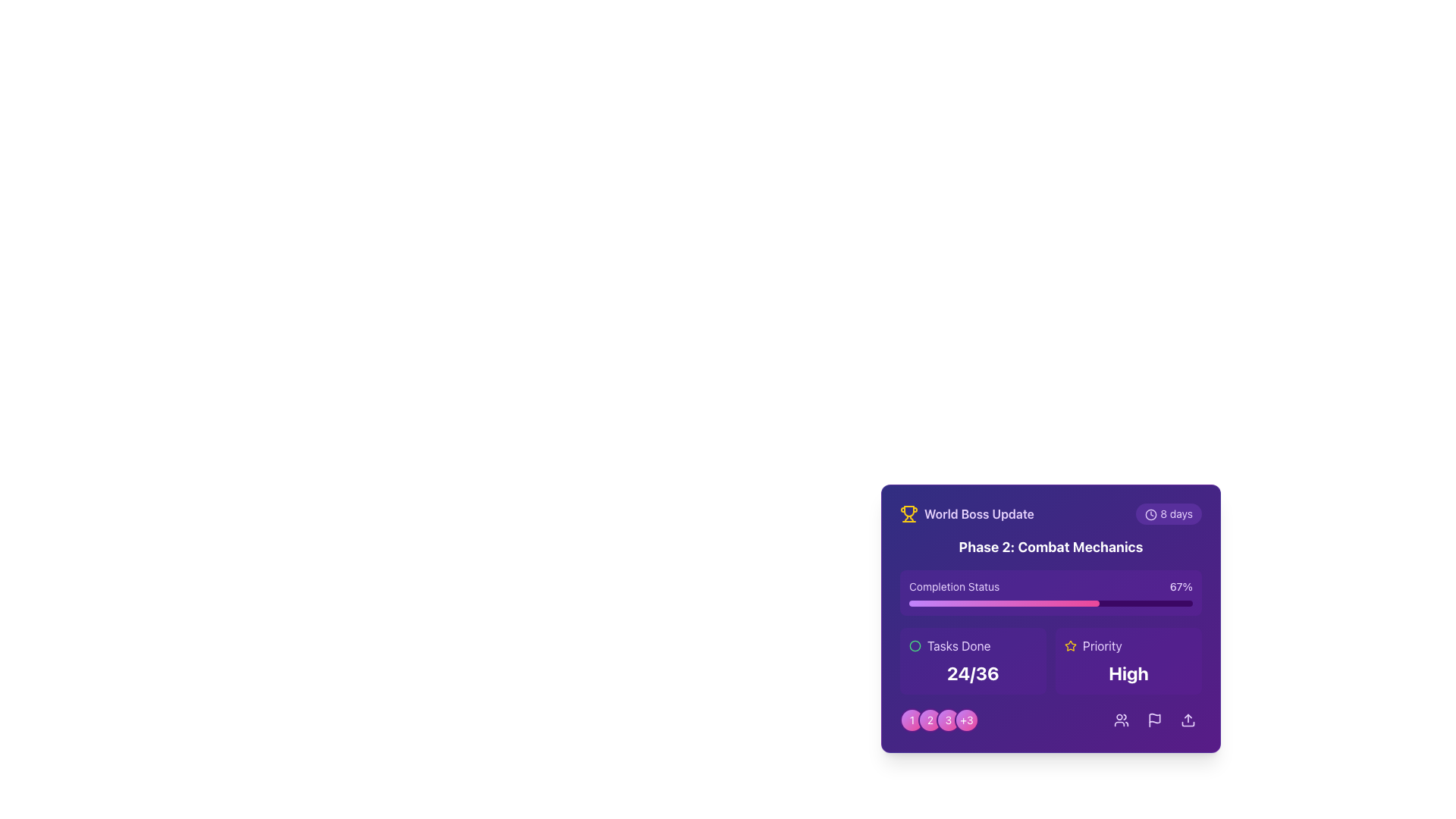 The image size is (1456, 819). Describe the element at coordinates (1050, 592) in the screenshot. I see `the Progress Bar Component with Percentage Display located below the 'Phase 2: Combat Mechanics' title, which shows 'Completion Status' and '67%' with a purple background and a partially filled progress bar` at that location.